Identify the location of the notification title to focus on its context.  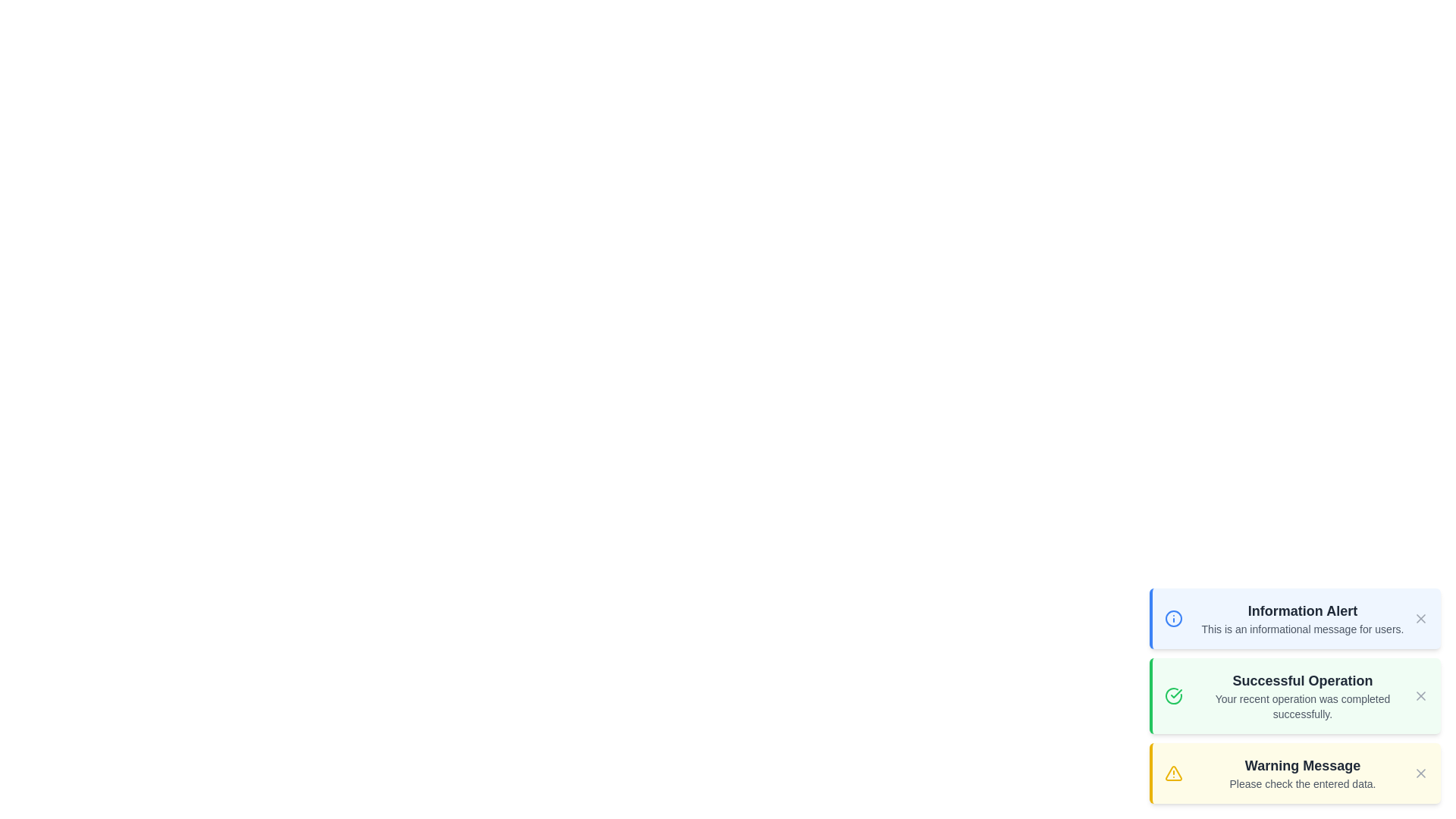
(1302, 610).